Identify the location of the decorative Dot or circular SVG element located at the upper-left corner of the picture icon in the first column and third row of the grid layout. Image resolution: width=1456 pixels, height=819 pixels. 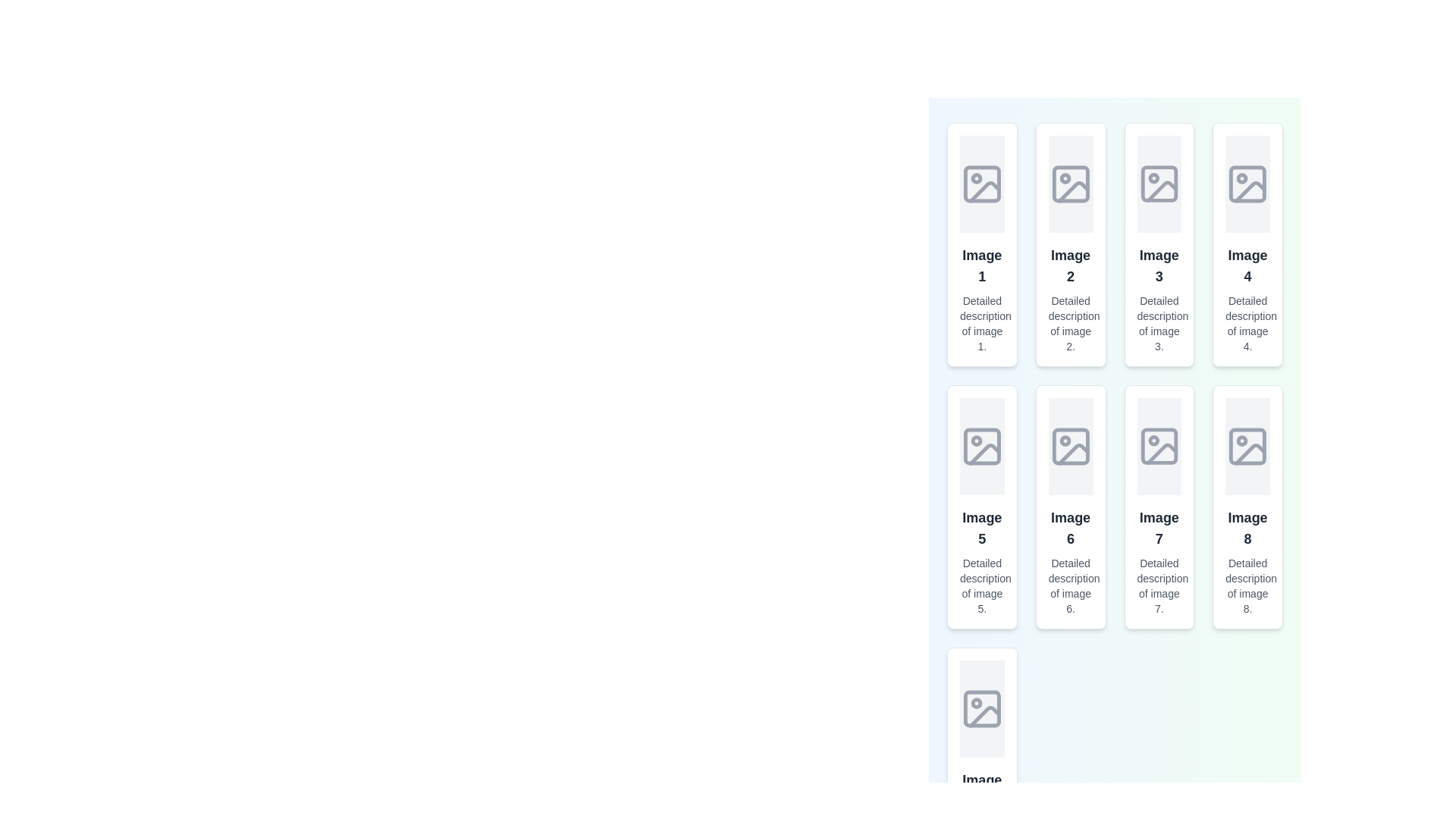
(976, 703).